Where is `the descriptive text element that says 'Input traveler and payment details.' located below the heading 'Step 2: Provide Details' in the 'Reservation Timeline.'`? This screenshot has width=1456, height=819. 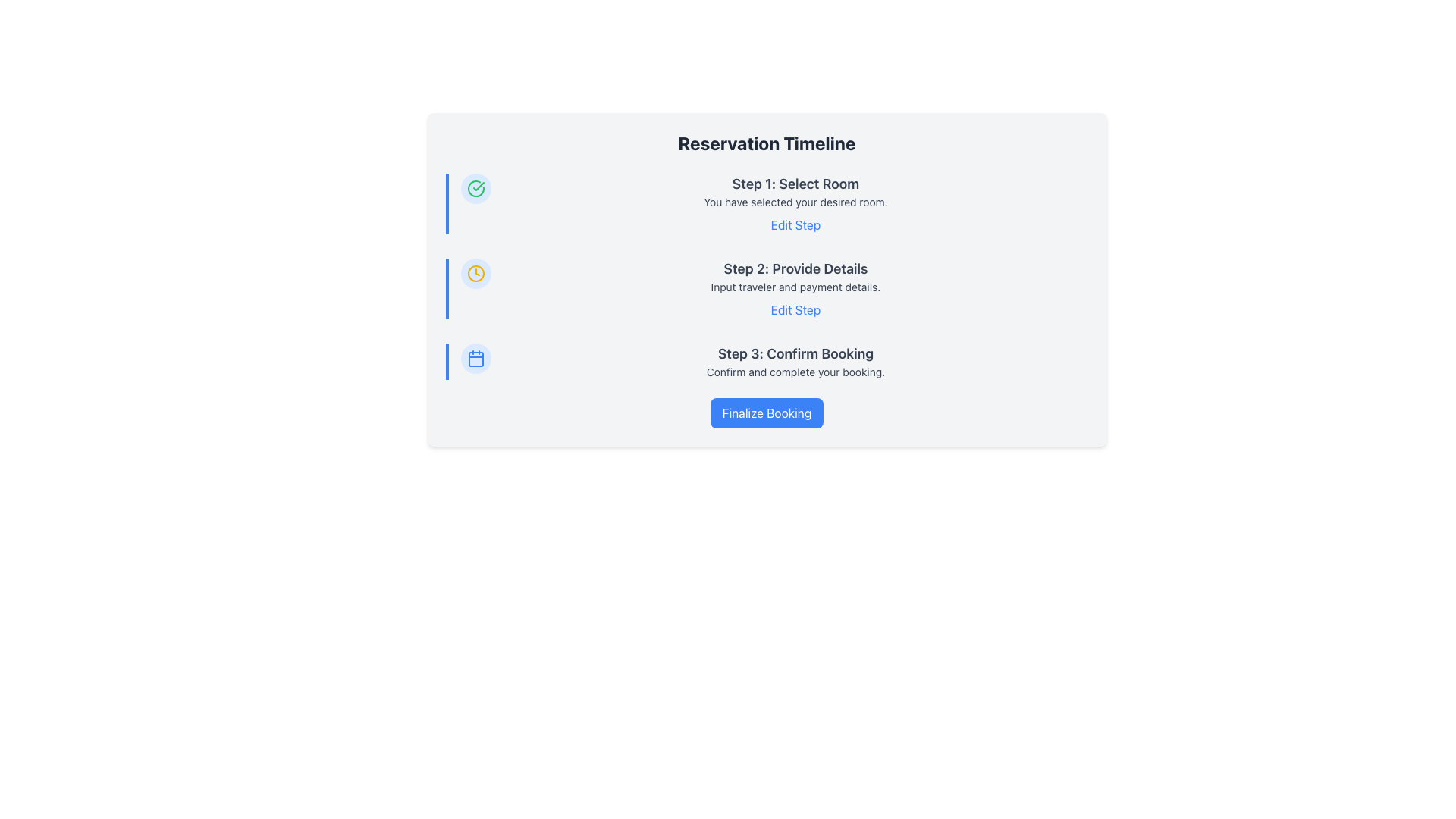 the descriptive text element that says 'Input traveler and payment details.' located below the heading 'Step 2: Provide Details' in the 'Reservation Timeline.' is located at coordinates (795, 287).